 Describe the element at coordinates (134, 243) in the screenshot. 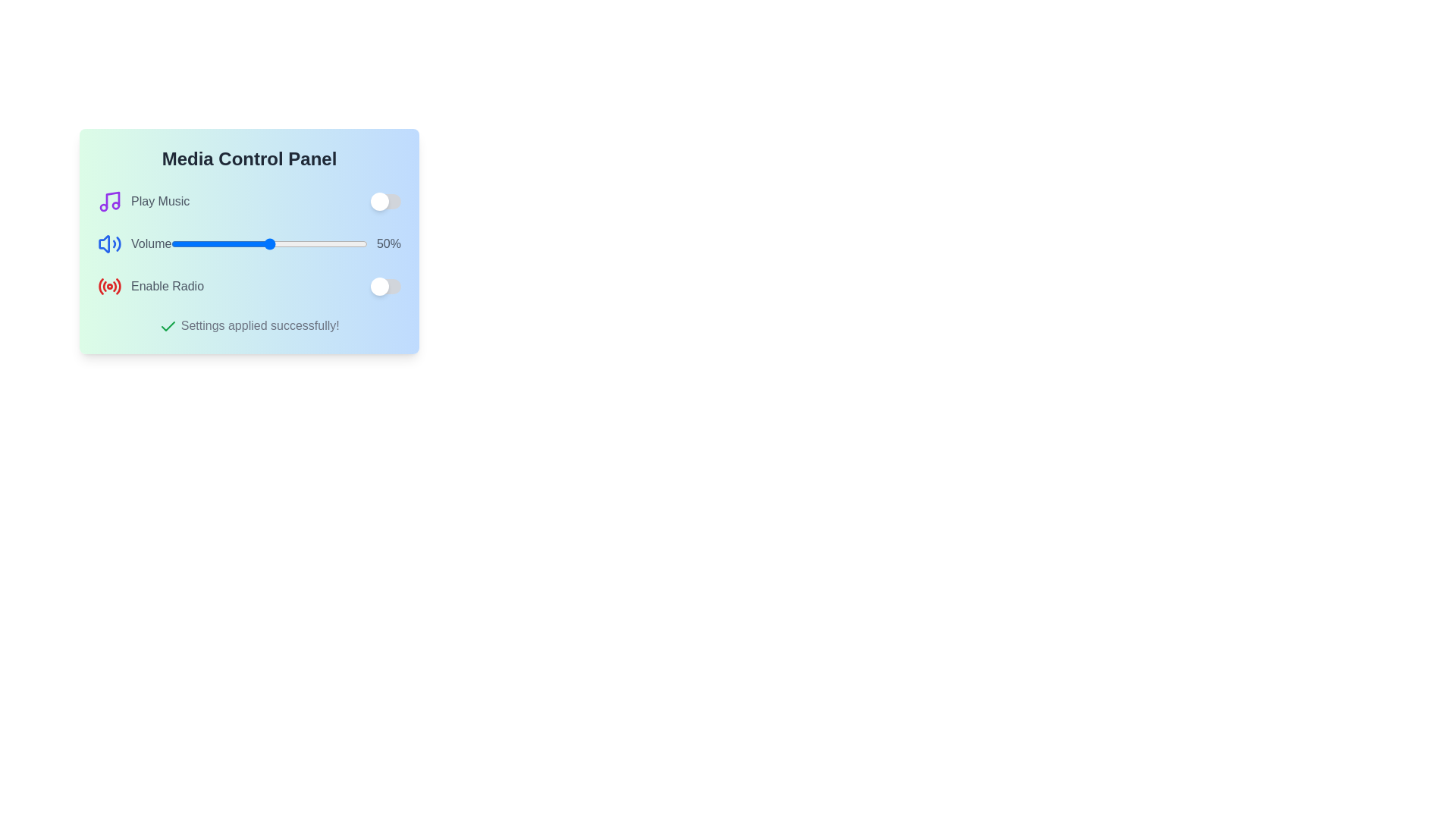

I see `the 'Volume' label, which is styled in gray and located adjacent to the volume icon, within the volume control UI` at that location.